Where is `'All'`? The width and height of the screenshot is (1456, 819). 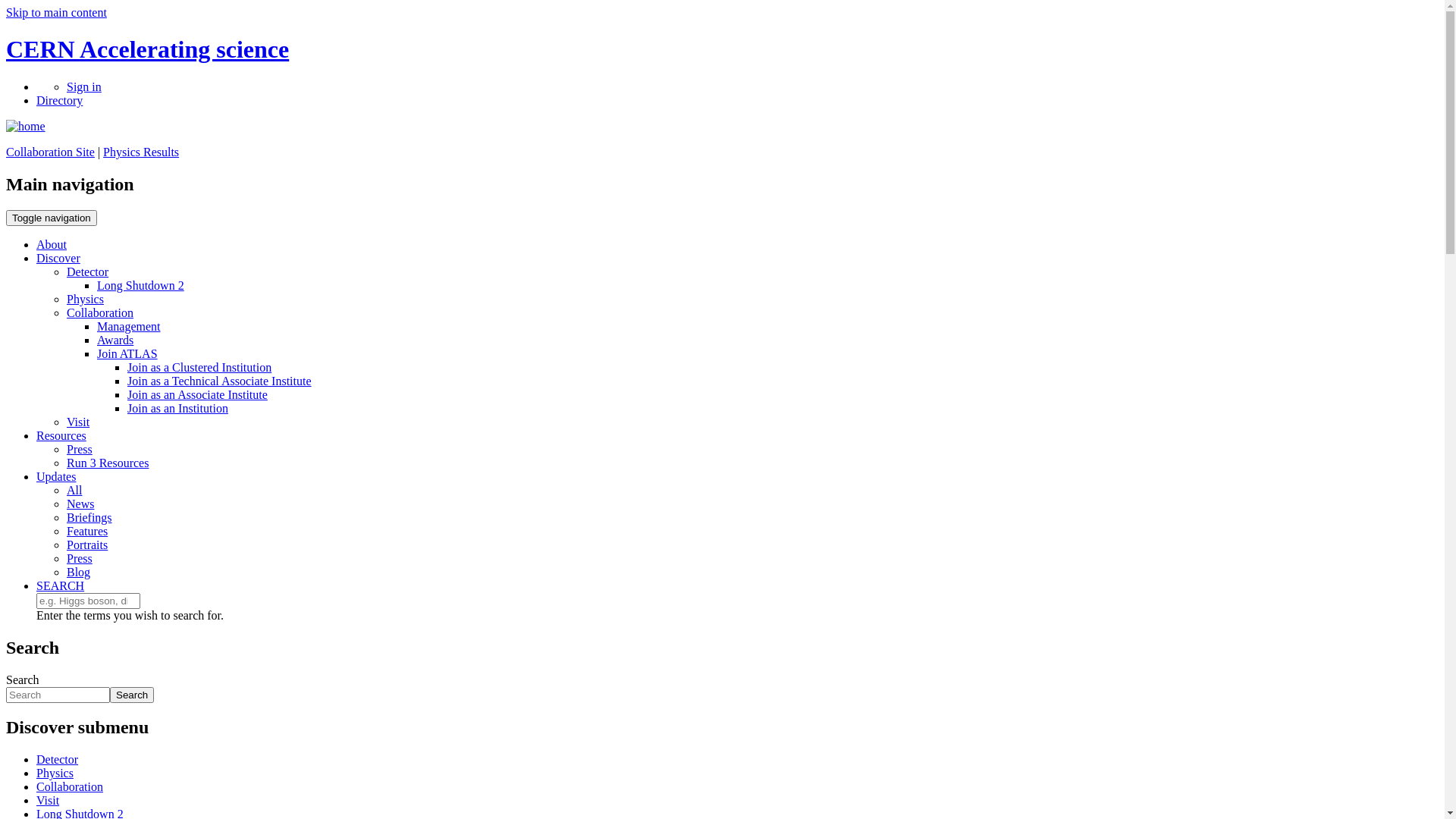 'All' is located at coordinates (65, 490).